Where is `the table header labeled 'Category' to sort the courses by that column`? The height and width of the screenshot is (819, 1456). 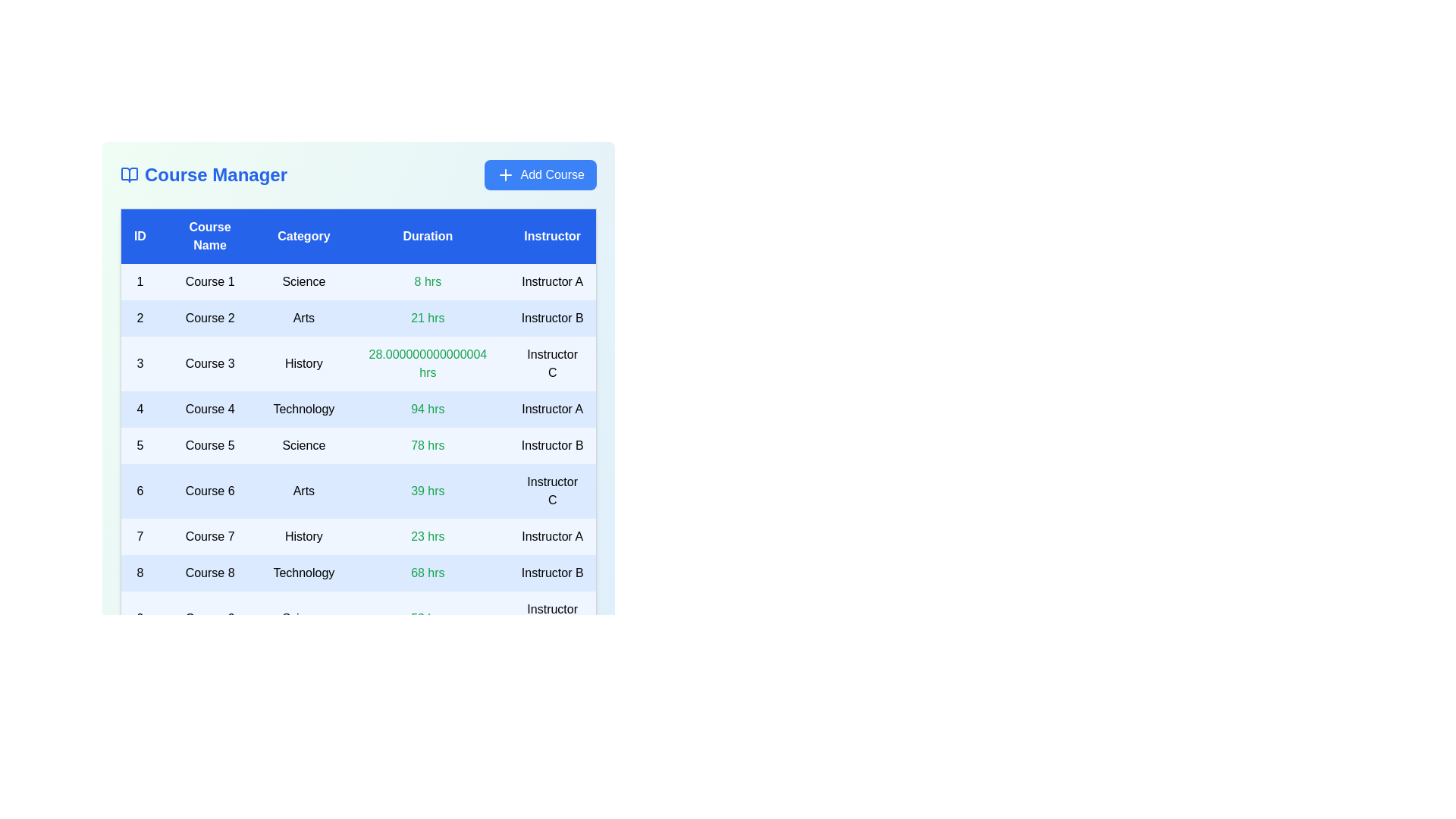
the table header labeled 'Category' to sort the courses by that column is located at coordinates (303, 236).